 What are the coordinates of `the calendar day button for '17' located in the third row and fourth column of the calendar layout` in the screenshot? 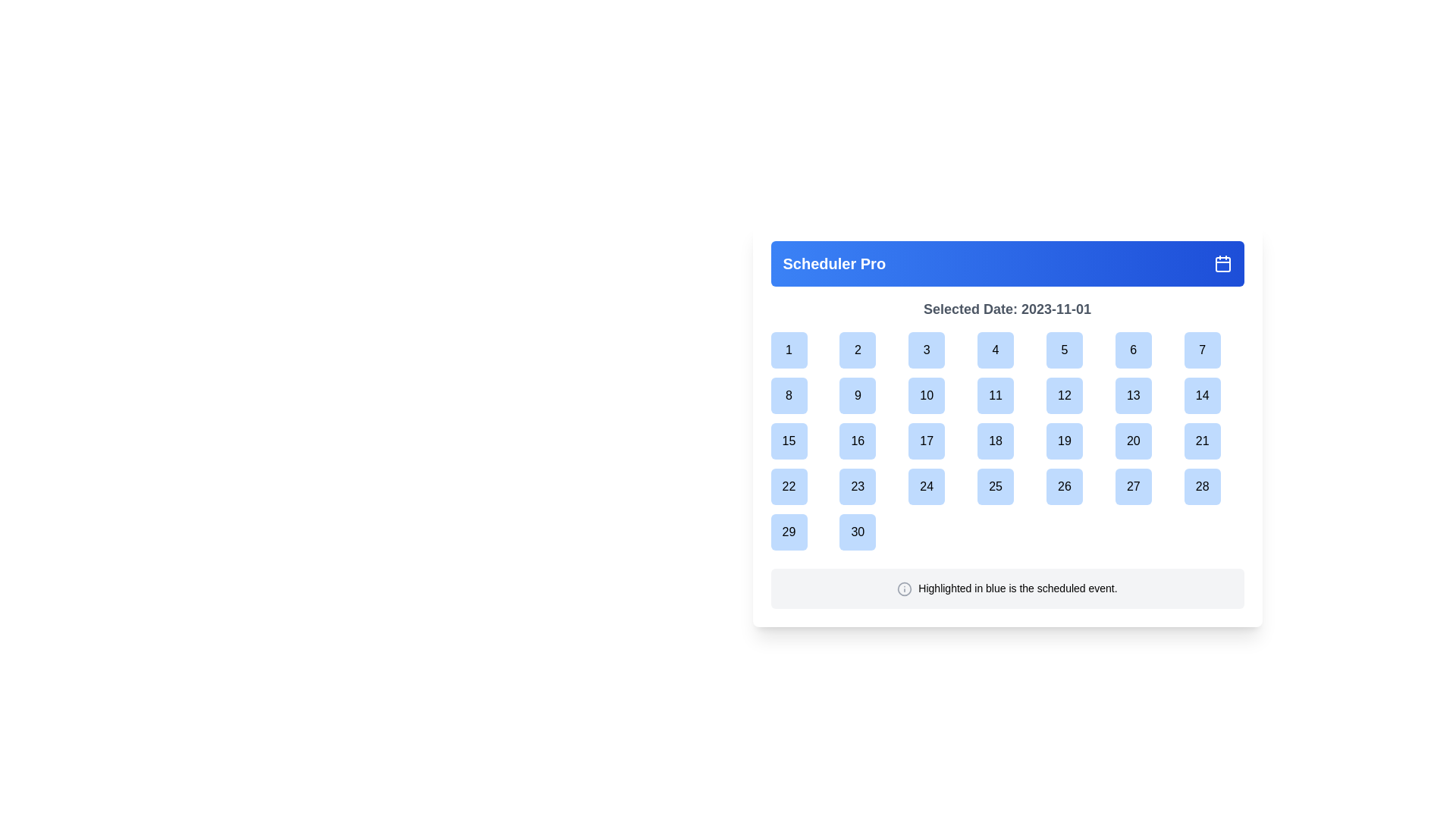 It's located at (926, 441).